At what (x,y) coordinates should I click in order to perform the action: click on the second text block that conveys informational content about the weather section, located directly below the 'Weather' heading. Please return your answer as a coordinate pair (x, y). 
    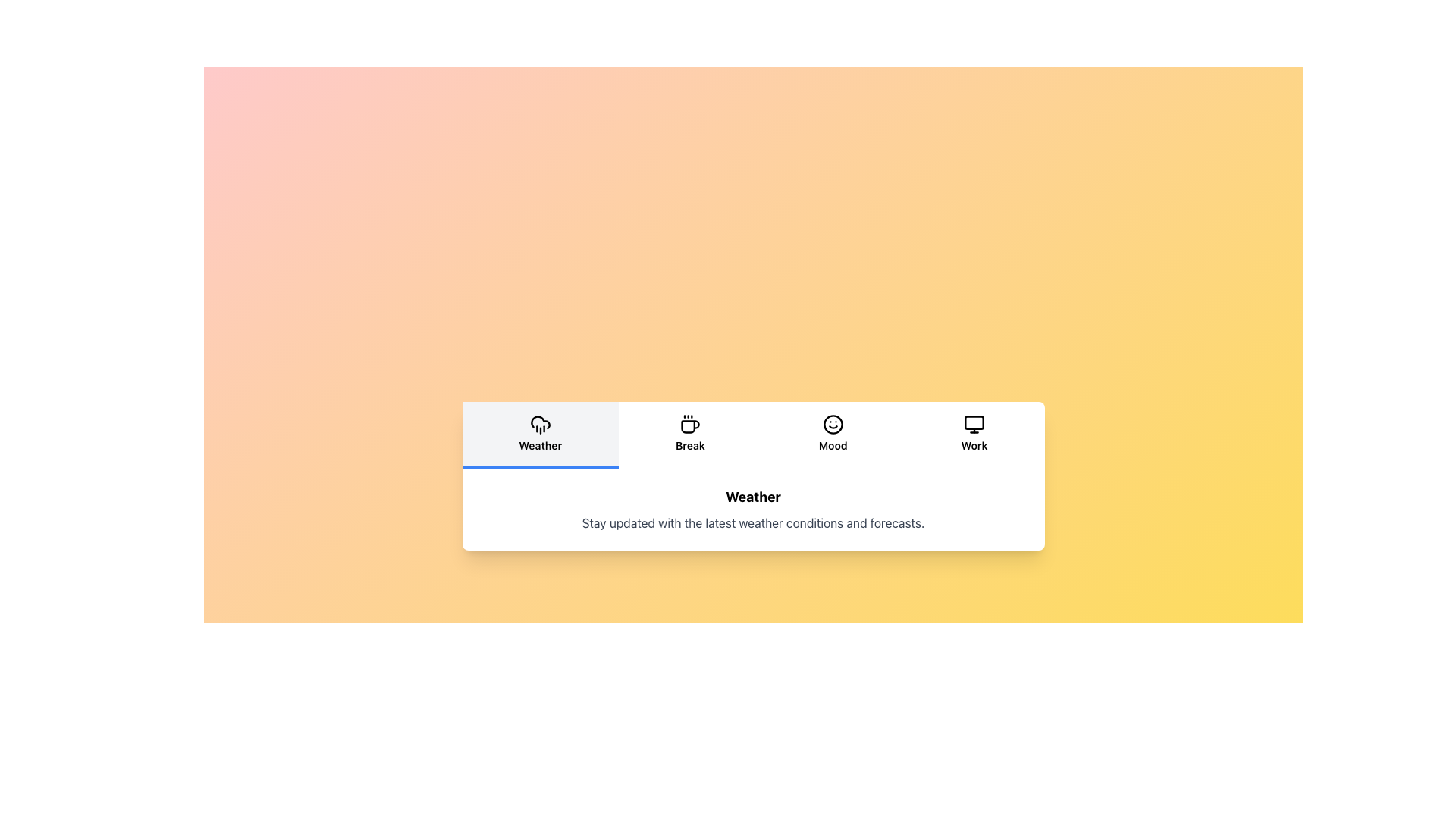
    Looking at the image, I should click on (753, 522).